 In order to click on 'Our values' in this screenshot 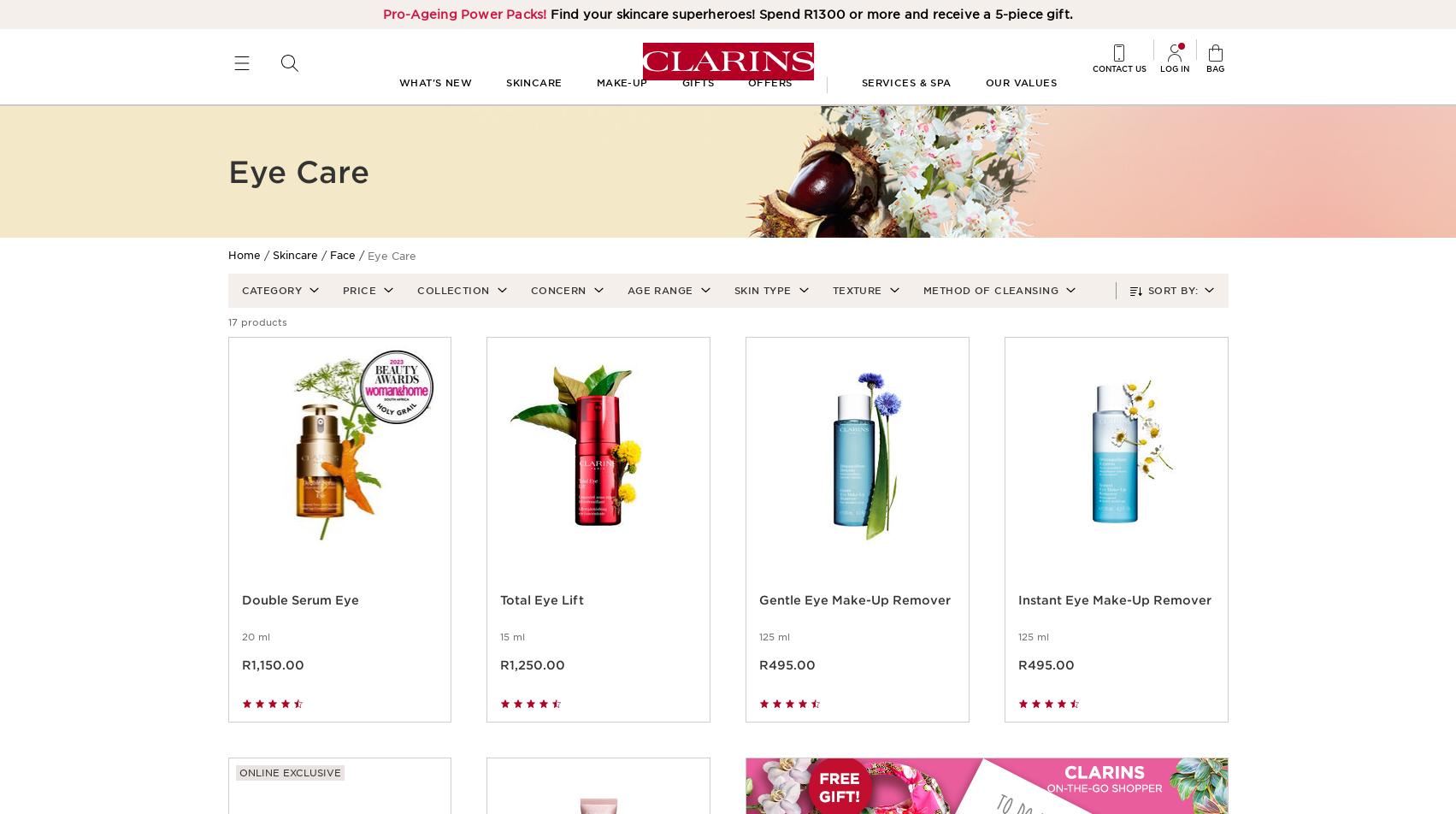, I will do `click(1019, 103)`.